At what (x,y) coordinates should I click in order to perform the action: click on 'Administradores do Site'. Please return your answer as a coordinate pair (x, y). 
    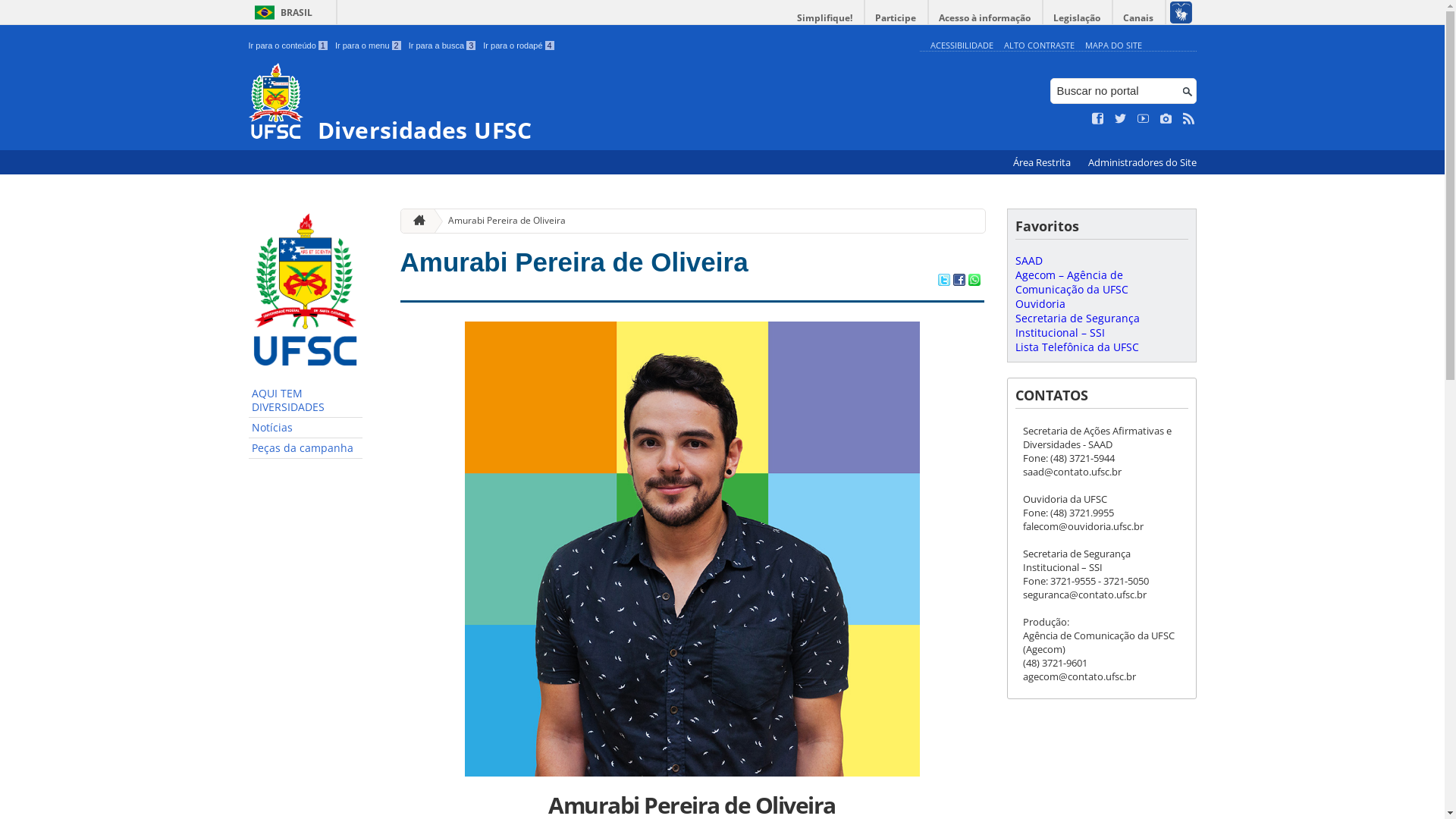
    Looking at the image, I should click on (1141, 162).